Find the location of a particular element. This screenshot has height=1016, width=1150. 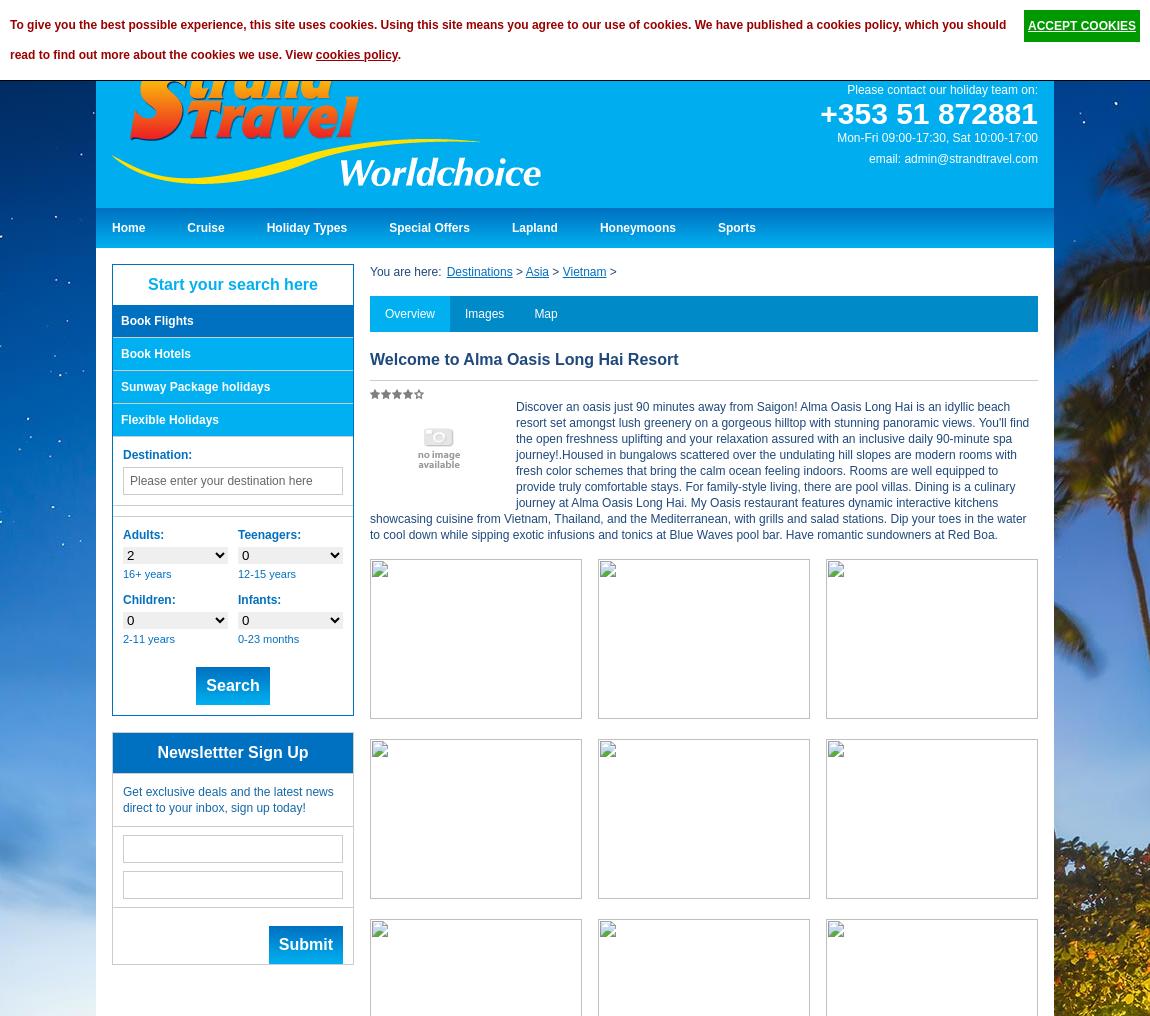

'Share:' is located at coordinates (918, 20).